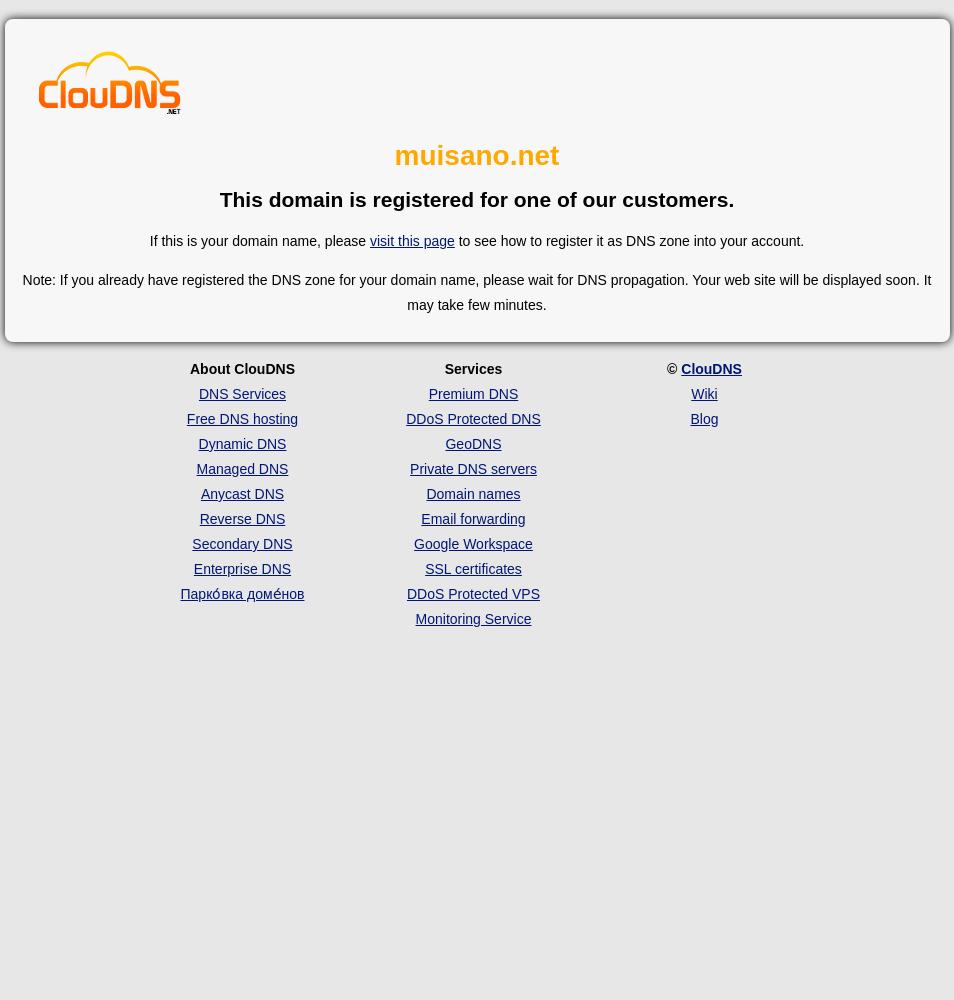 Image resolution: width=954 pixels, height=1000 pixels. I want to click on 'Dynamic DNS', so click(242, 442).